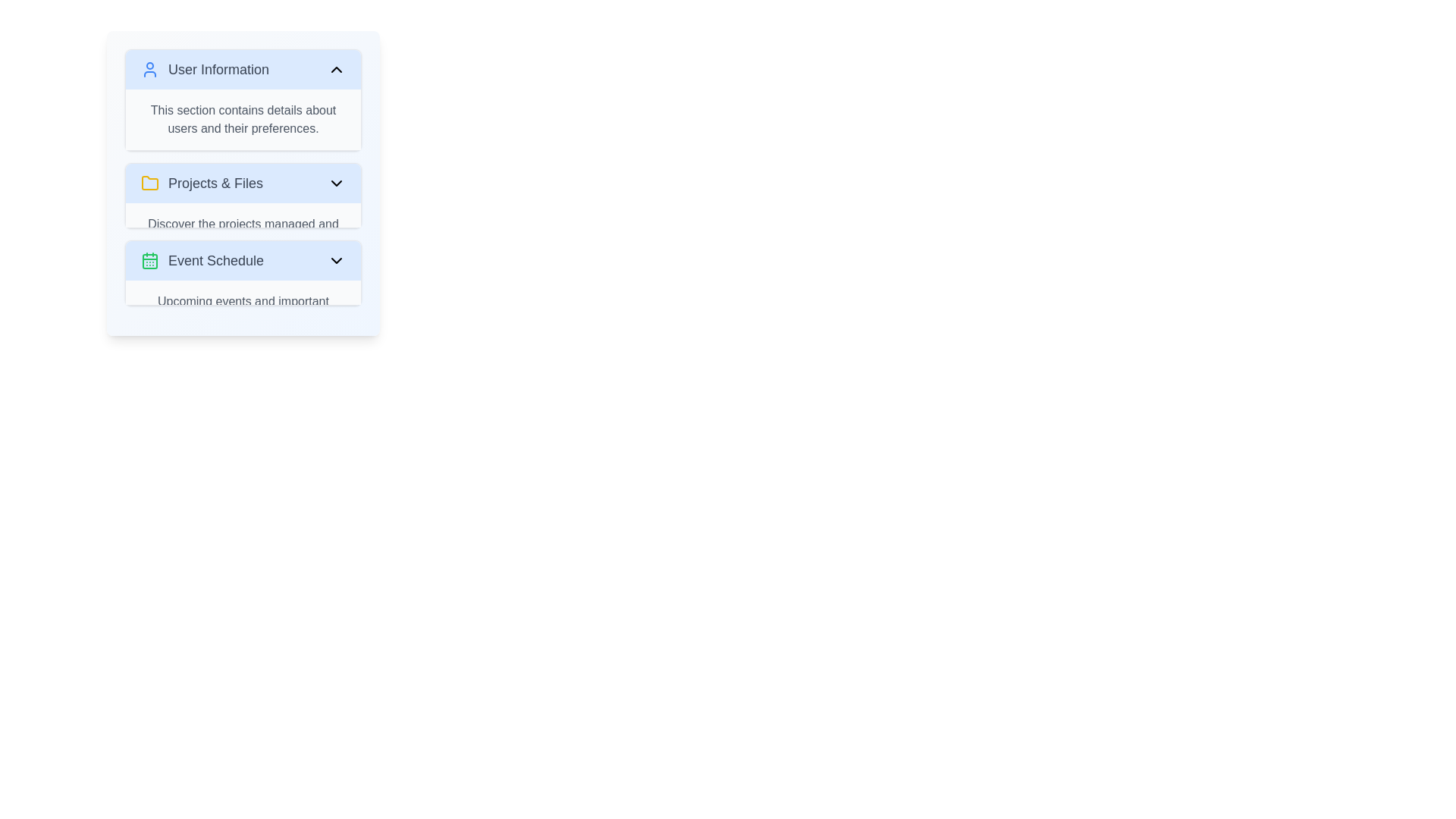 The image size is (1456, 819). Describe the element at coordinates (243, 309) in the screenshot. I see `the static text label that reads 'Upcoming events and important deadlines are listed here.' which is positioned centrally beneath the 'Event Schedule' header` at that location.